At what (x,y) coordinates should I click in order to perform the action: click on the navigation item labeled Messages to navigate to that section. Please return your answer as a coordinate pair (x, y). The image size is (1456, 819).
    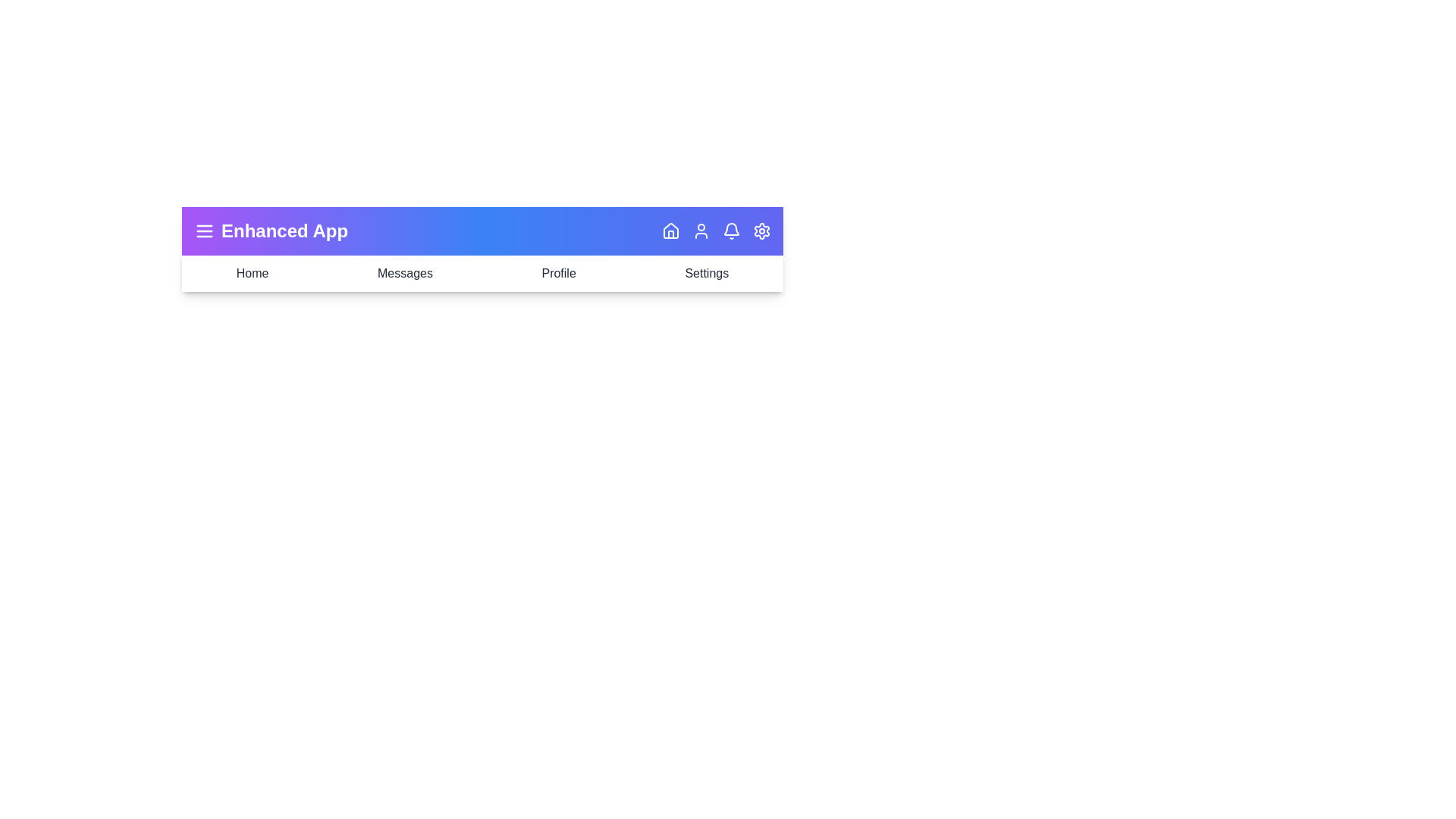
    Looking at the image, I should click on (404, 274).